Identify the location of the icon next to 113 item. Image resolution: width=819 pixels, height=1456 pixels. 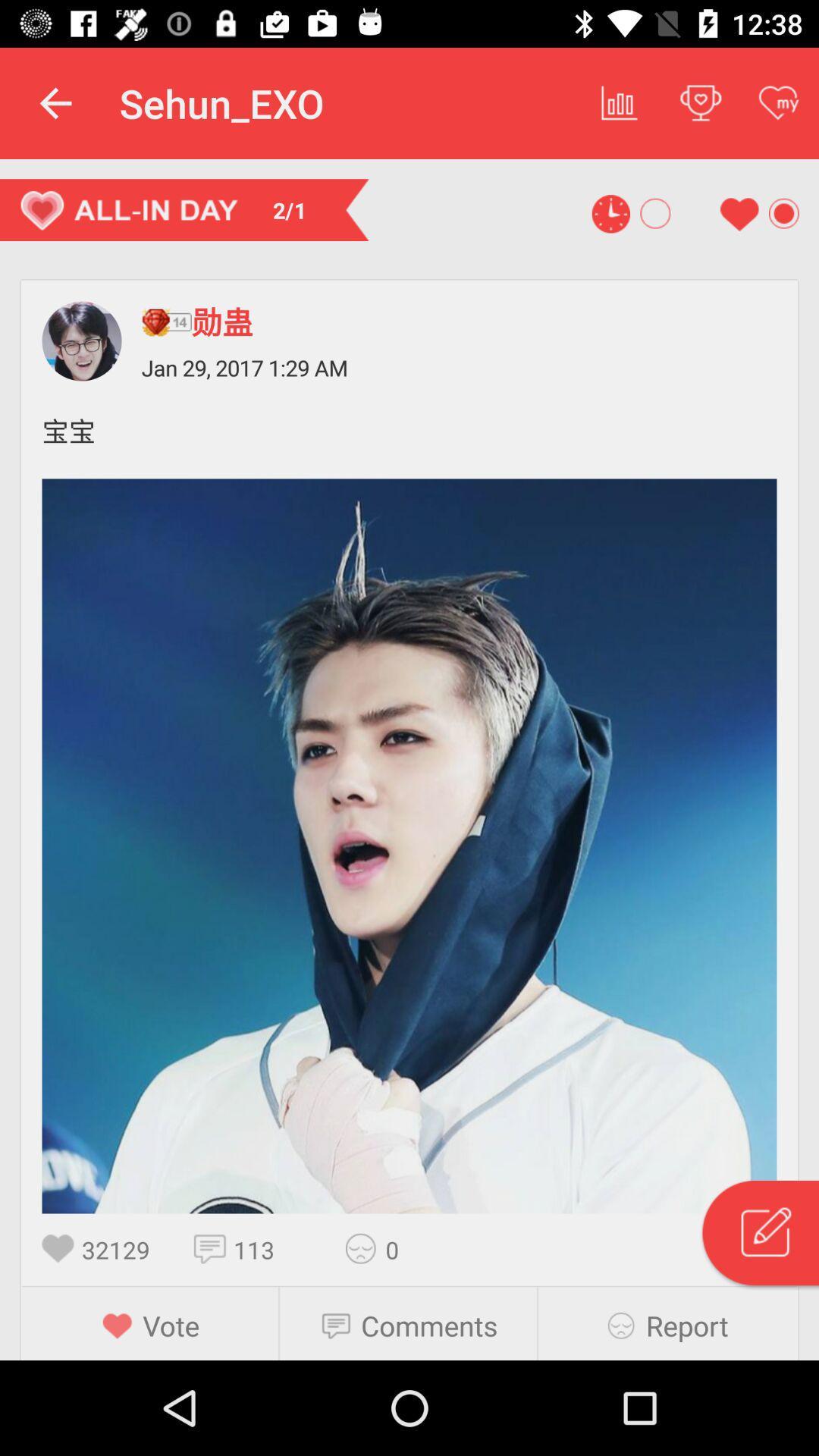
(213, 1248).